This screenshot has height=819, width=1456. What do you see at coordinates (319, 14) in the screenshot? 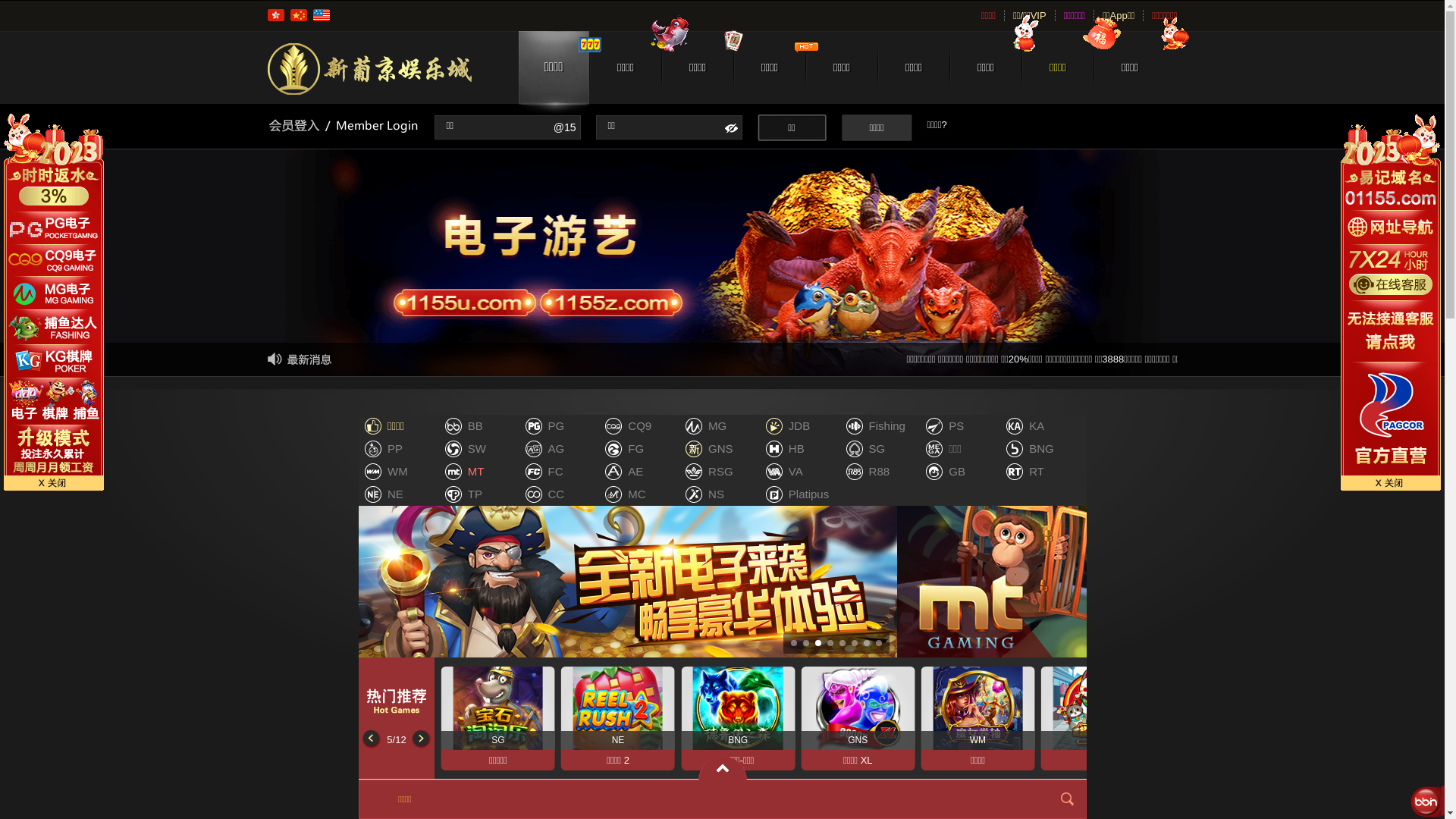
I see `'English'` at bounding box center [319, 14].